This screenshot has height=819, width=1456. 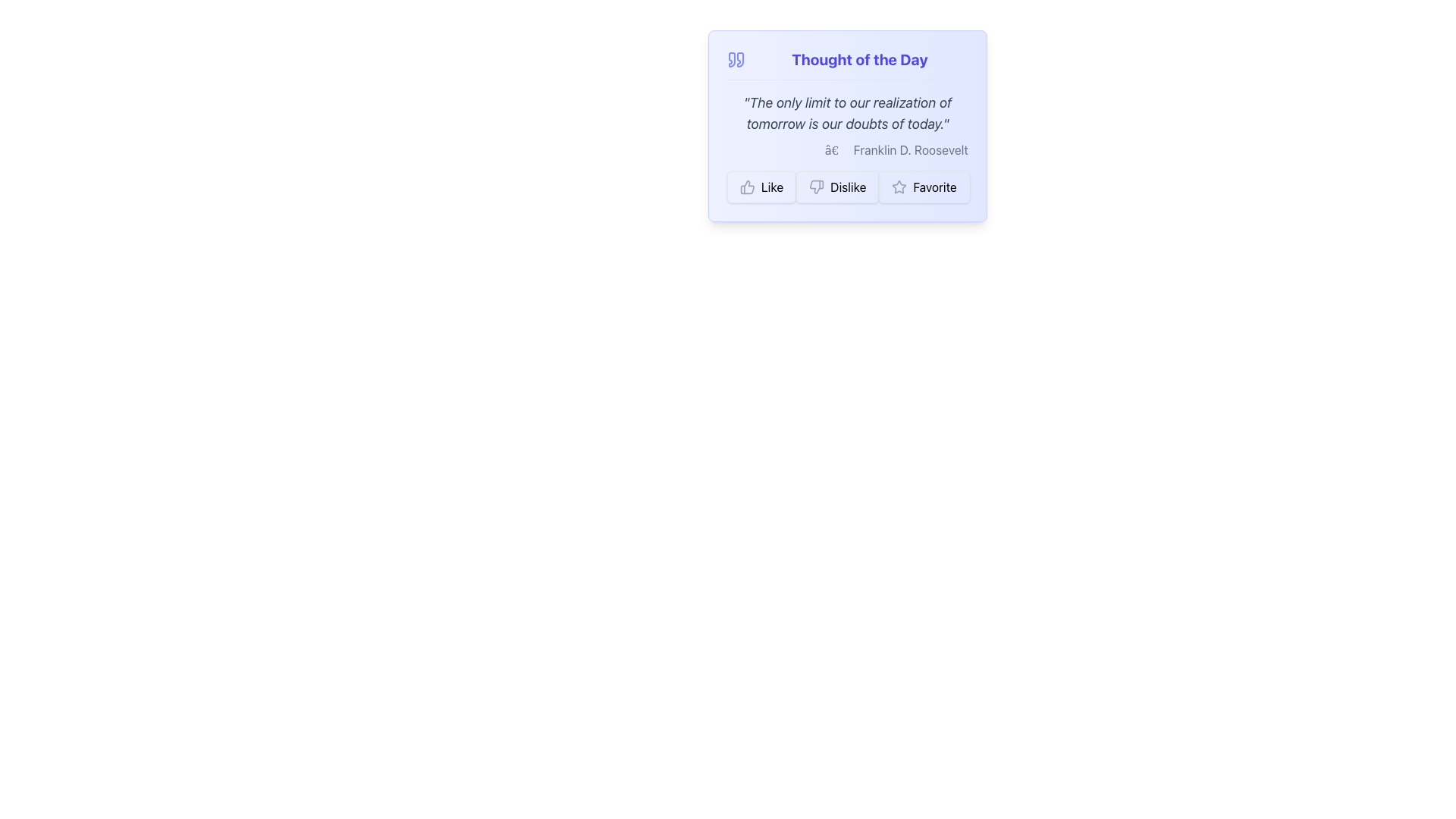 I want to click on the attribution text reading 'â€” Franklin D. Roosevelt' which is aligned to the right and positioned below the quote text, just above the interactive buttons, so click(x=847, y=149).